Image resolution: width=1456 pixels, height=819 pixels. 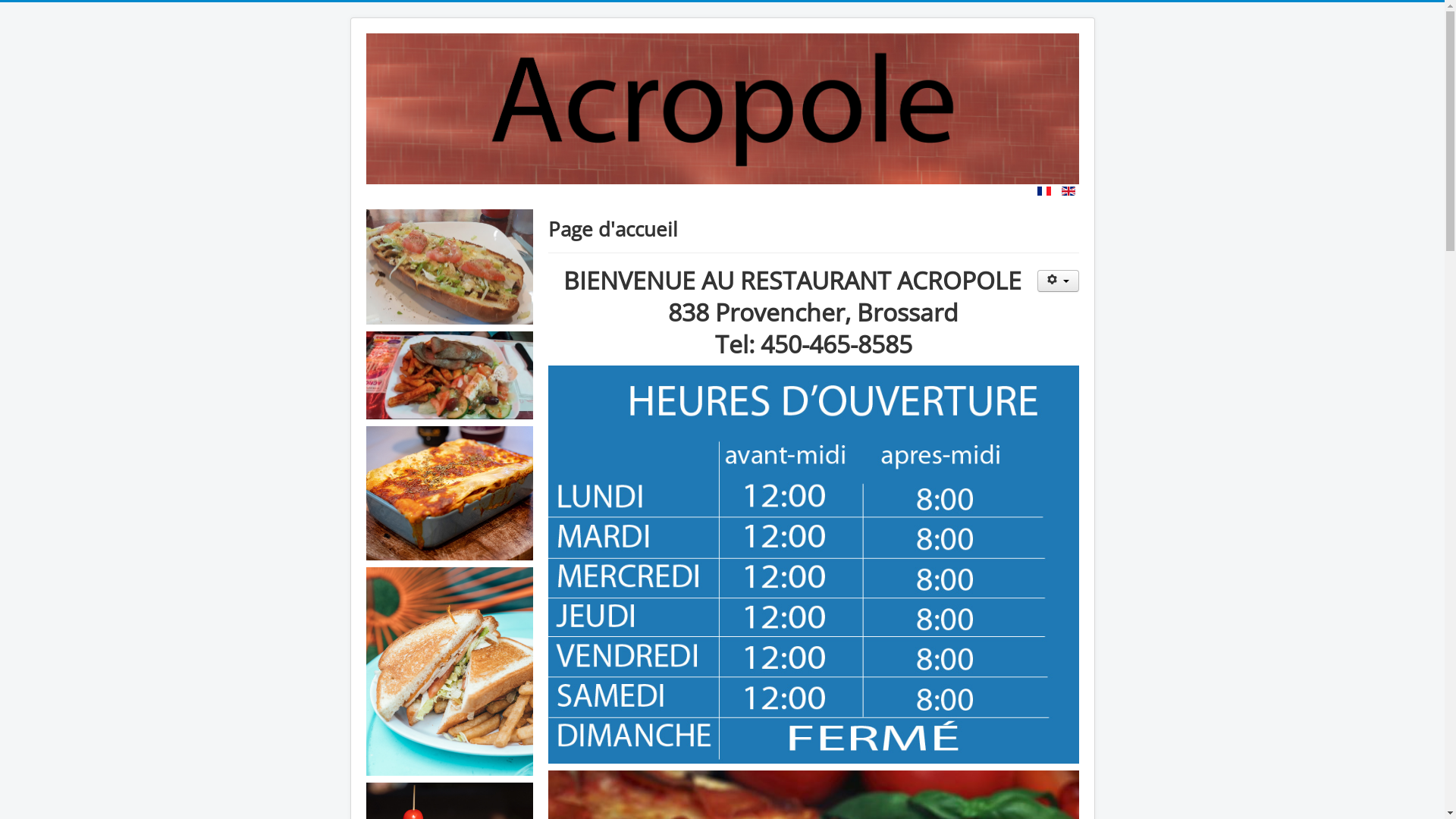 What do you see at coordinates (1061, 190) in the screenshot?
I see `'English (United Kingdom)'` at bounding box center [1061, 190].